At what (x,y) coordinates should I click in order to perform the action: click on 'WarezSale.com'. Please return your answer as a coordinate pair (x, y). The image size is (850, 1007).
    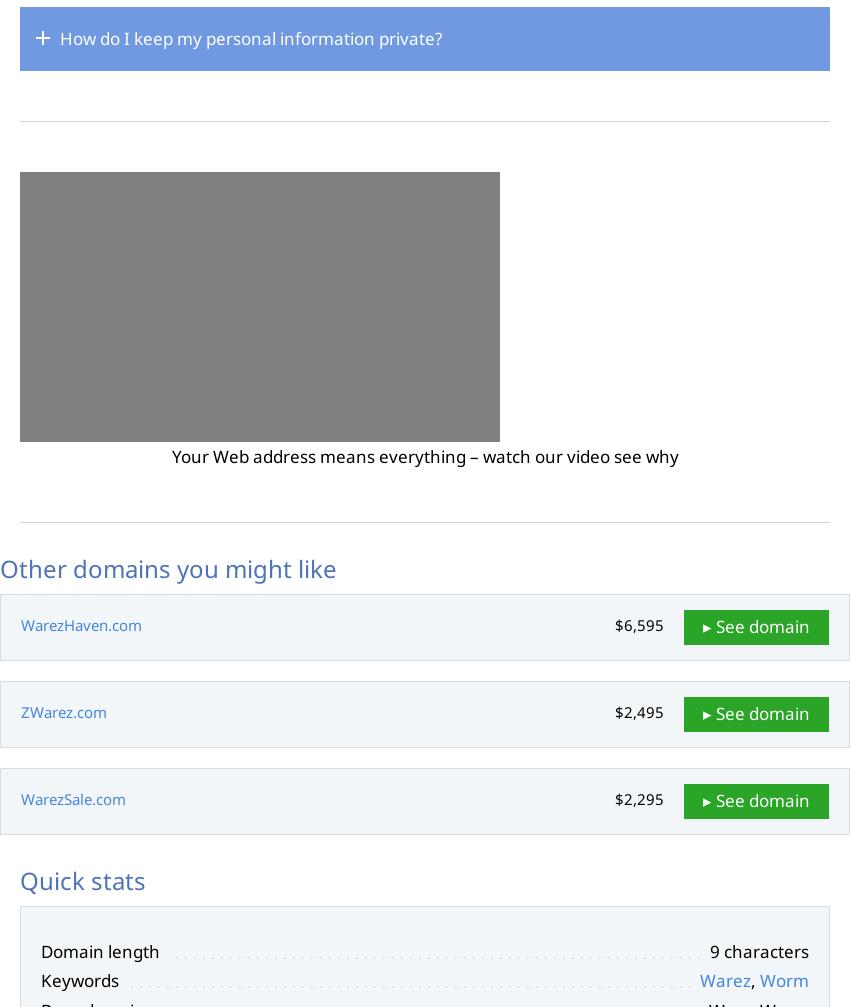
    Looking at the image, I should click on (73, 797).